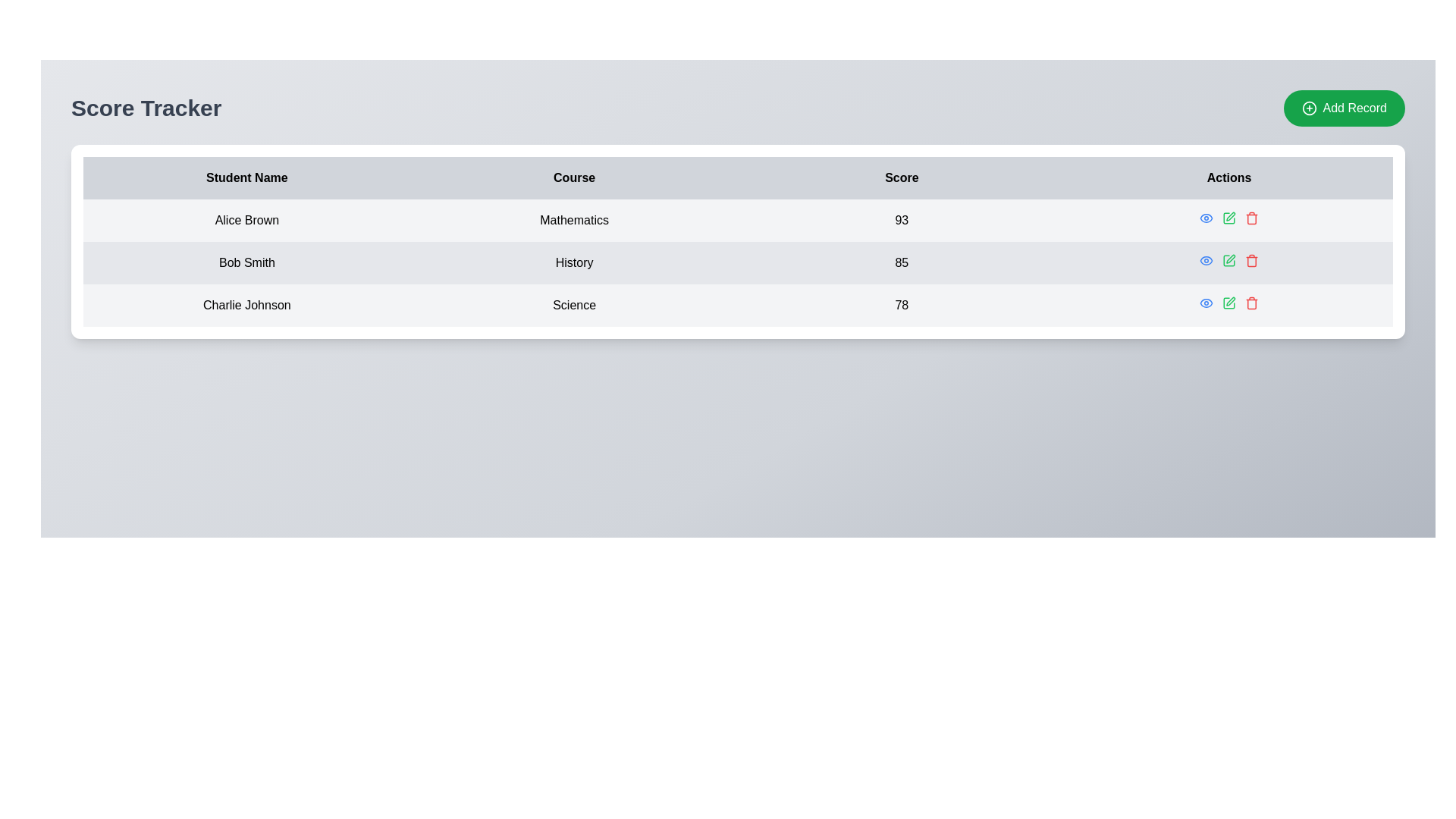  What do you see at coordinates (1229, 218) in the screenshot?
I see `the green-colored pencil icon in the 'Actions' column of the second row in the table` at bounding box center [1229, 218].